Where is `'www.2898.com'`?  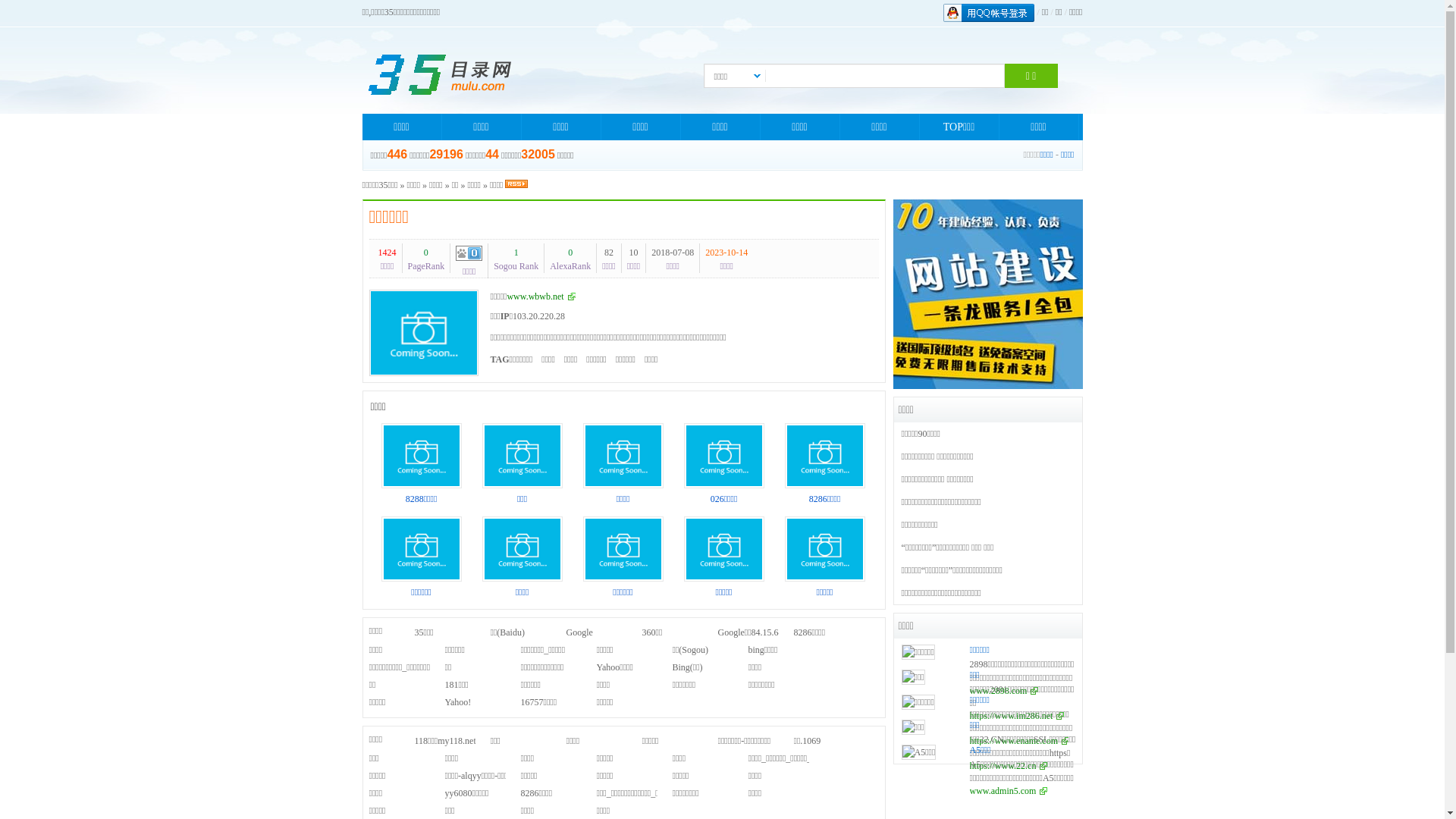 'www.2898.com' is located at coordinates (1003, 690).